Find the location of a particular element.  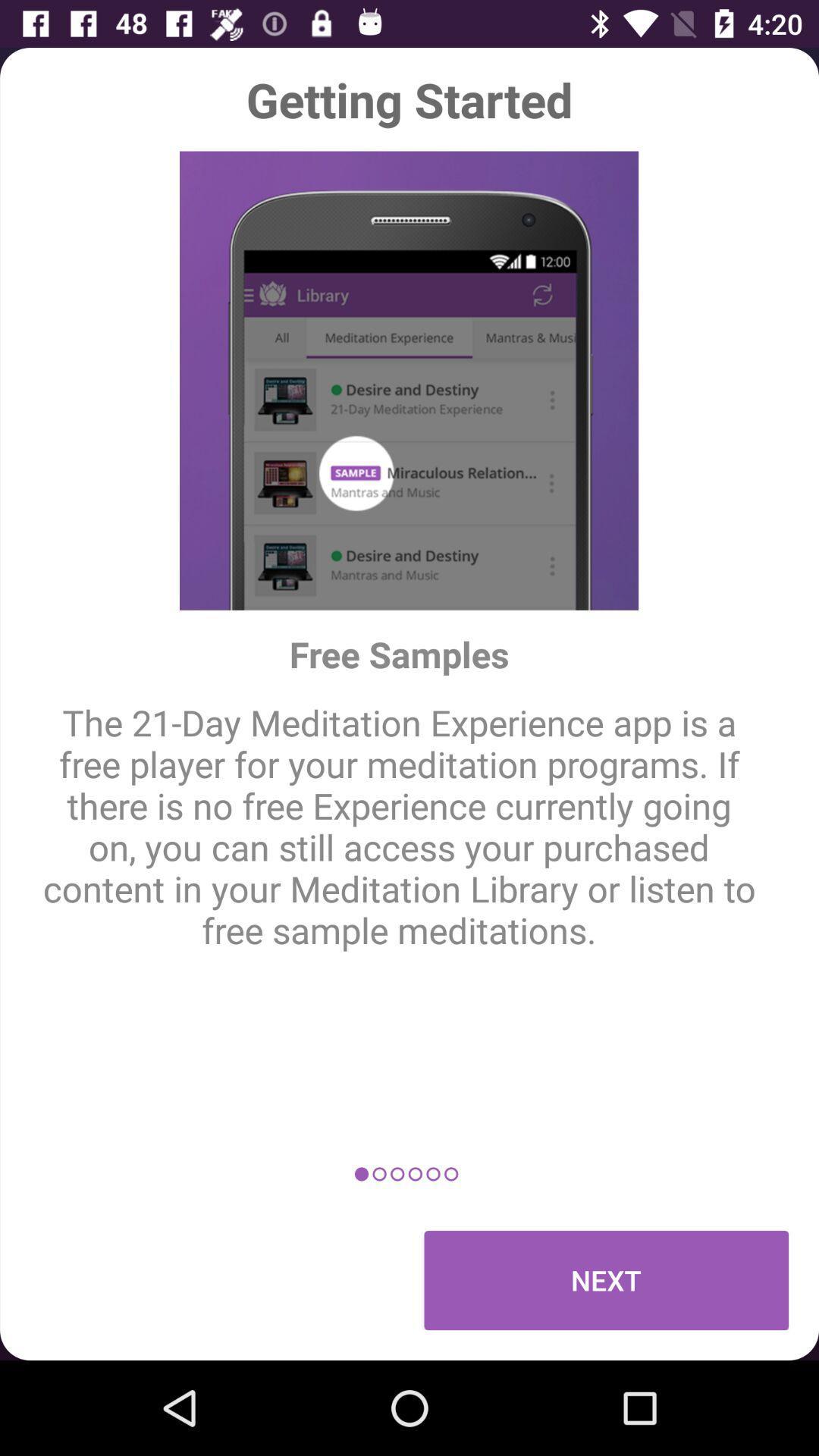

next at the bottom right corner is located at coordinates (605, 1279).